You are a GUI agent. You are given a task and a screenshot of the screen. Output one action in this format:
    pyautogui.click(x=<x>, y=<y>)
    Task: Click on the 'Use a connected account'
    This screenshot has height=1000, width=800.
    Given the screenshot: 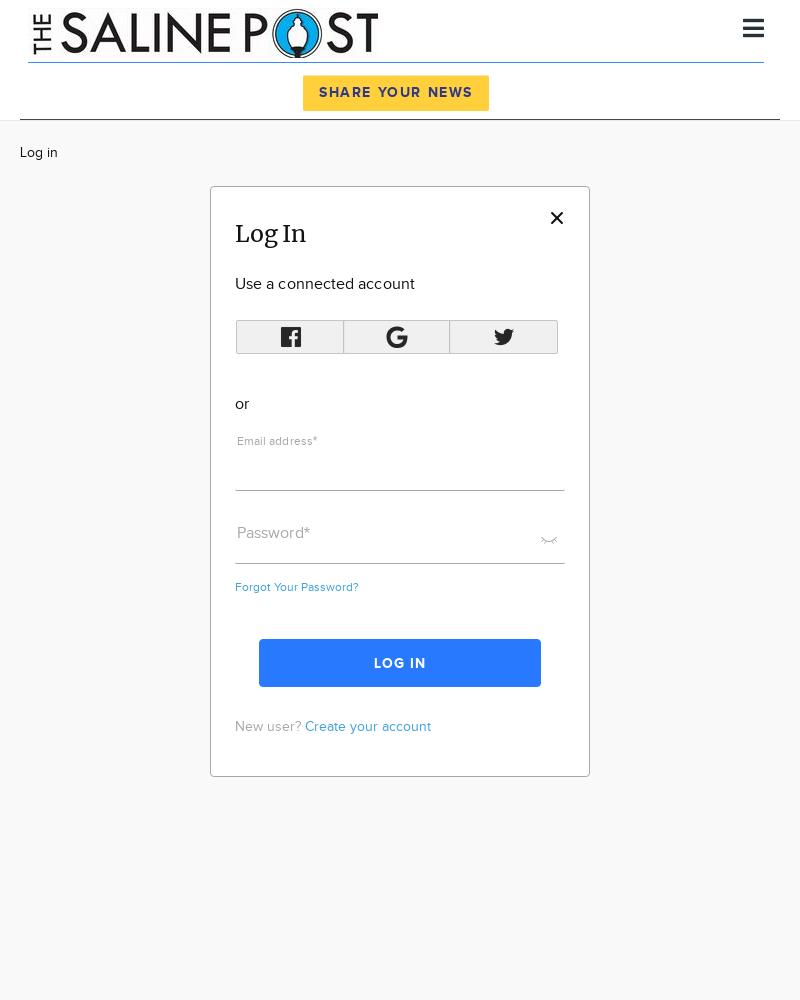 What is the action you would take?
    pyautogui.click(x=323, y=284)
    